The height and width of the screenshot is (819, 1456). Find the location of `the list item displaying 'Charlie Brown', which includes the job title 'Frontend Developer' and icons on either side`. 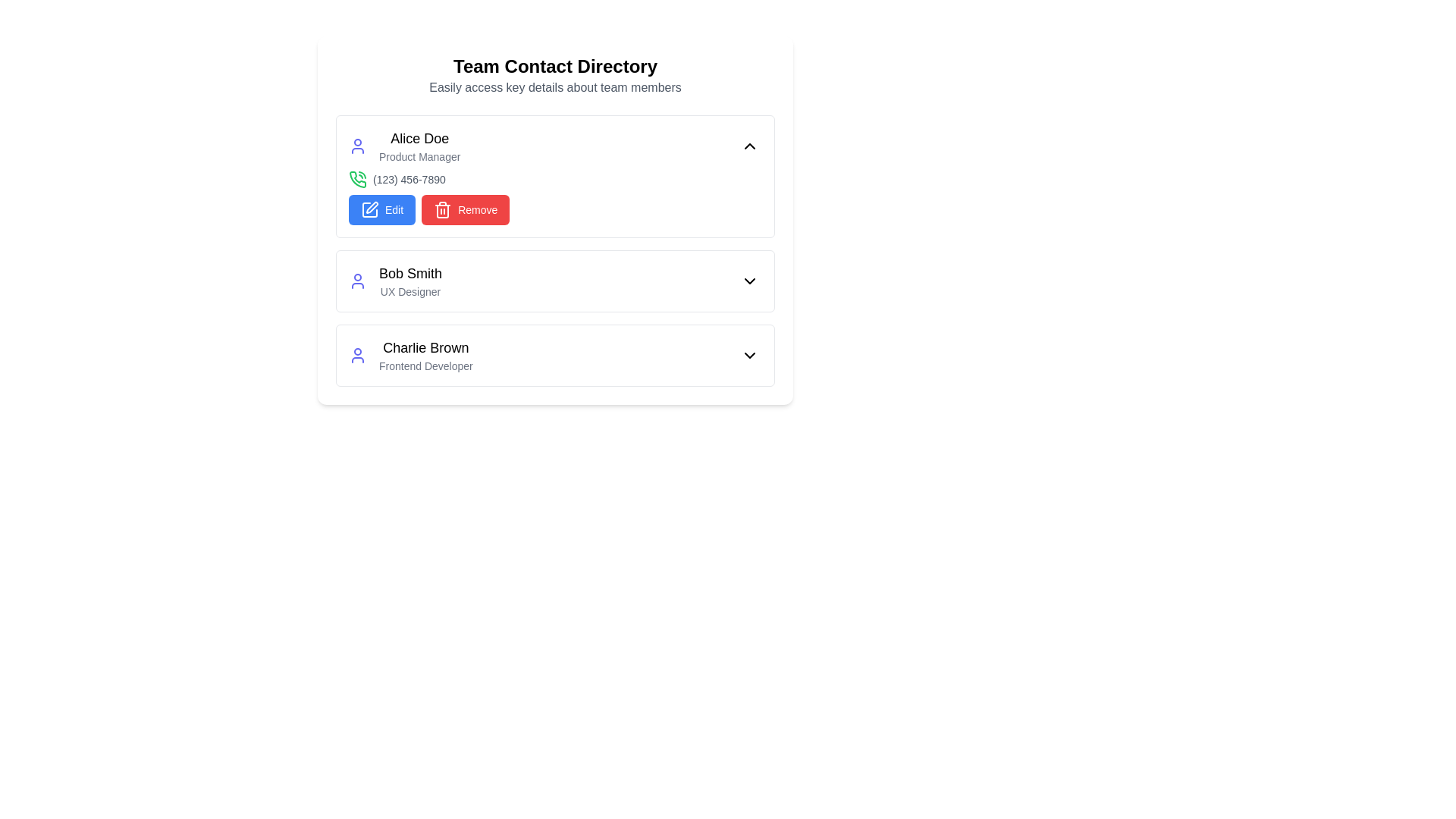

the list item displaying 'Charlie Brown', which includes the job title 'Frontend Developer' and icons on either side is located at coordinates (554, 356).